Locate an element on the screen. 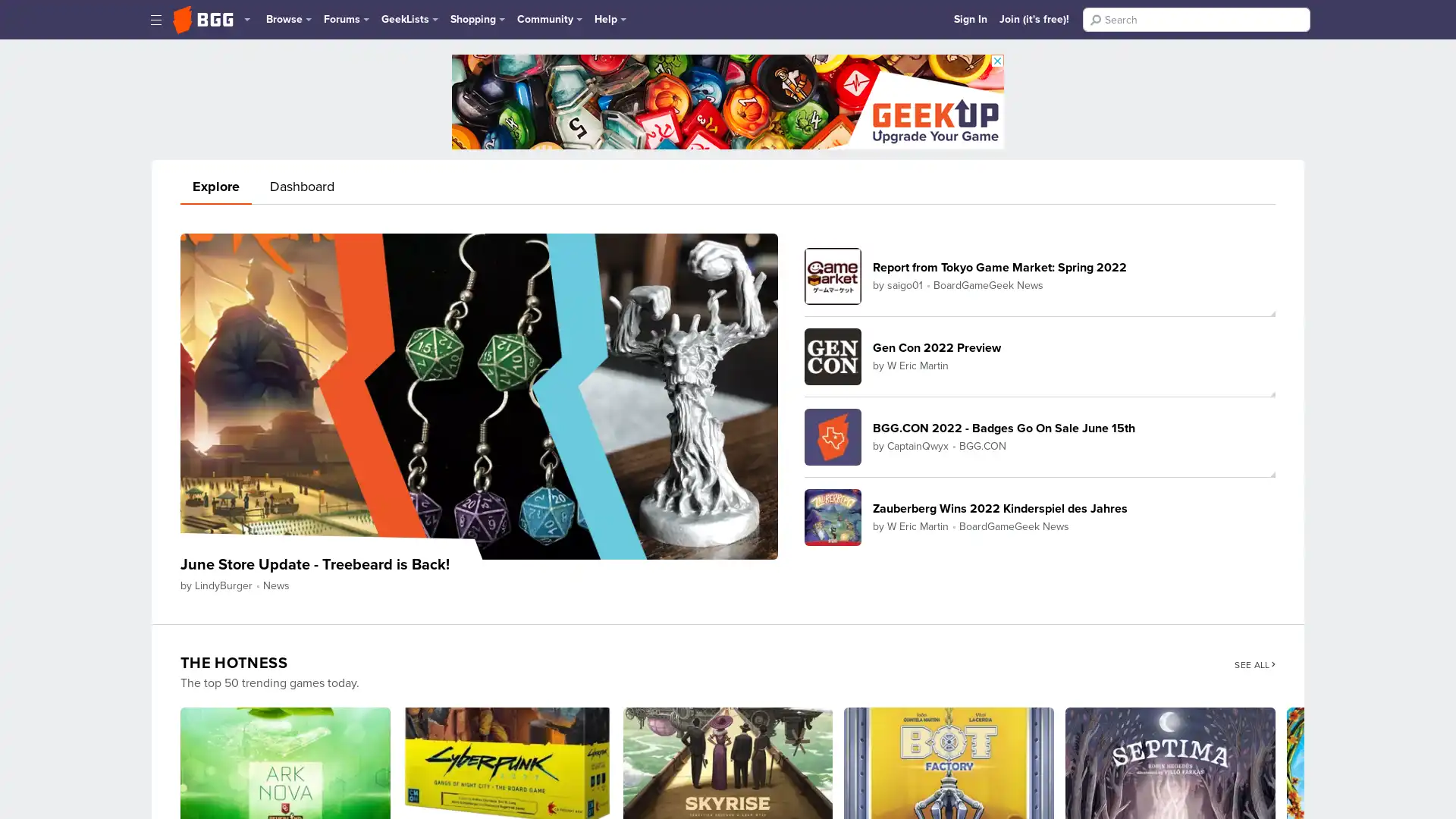 This screenshot has width=1456, height=819. Shopping is located at coordinates (475, 20).